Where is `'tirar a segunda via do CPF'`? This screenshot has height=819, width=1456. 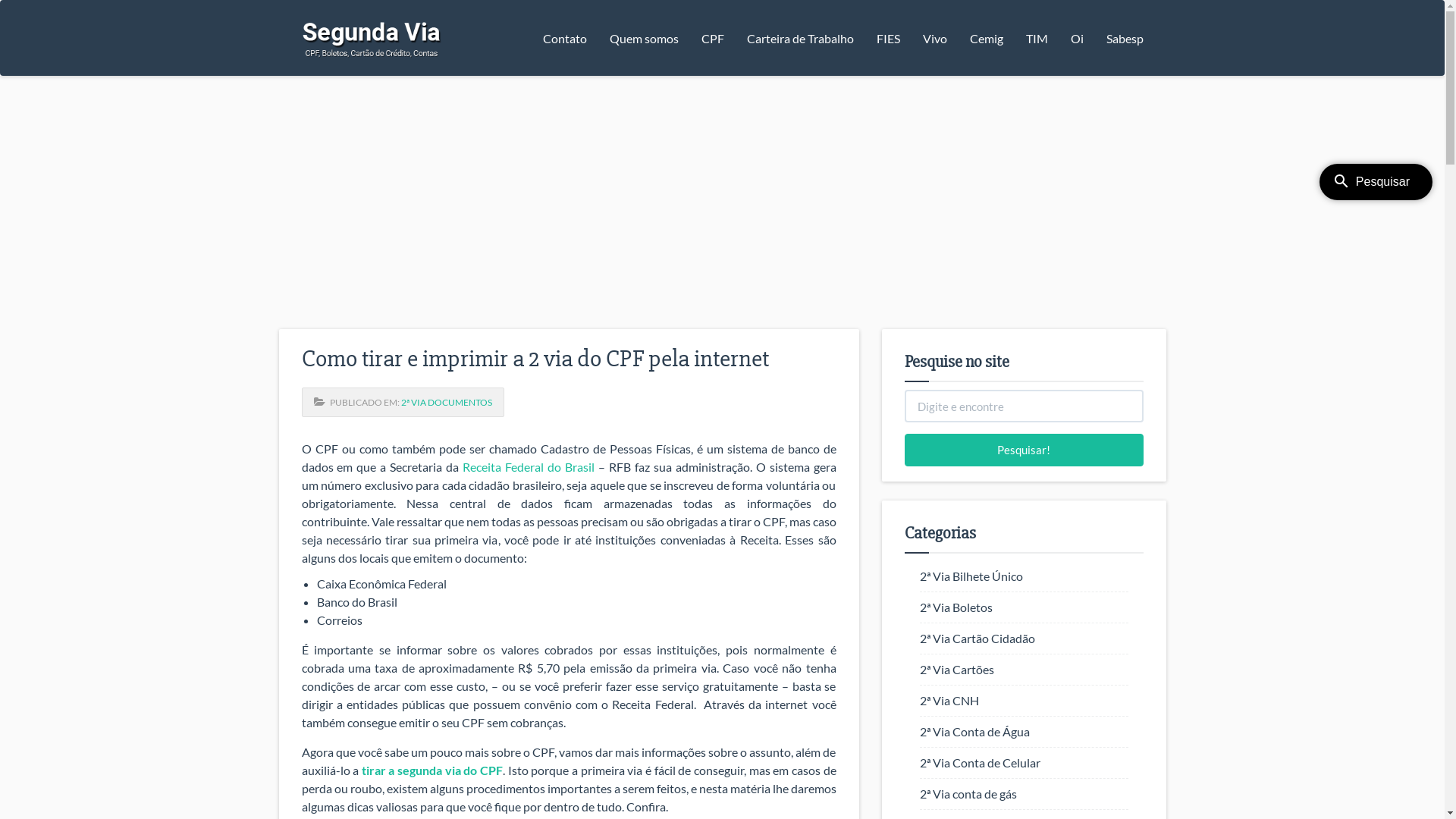 'tirar a segunda via do CPF' is located at coordinates (360, 770).